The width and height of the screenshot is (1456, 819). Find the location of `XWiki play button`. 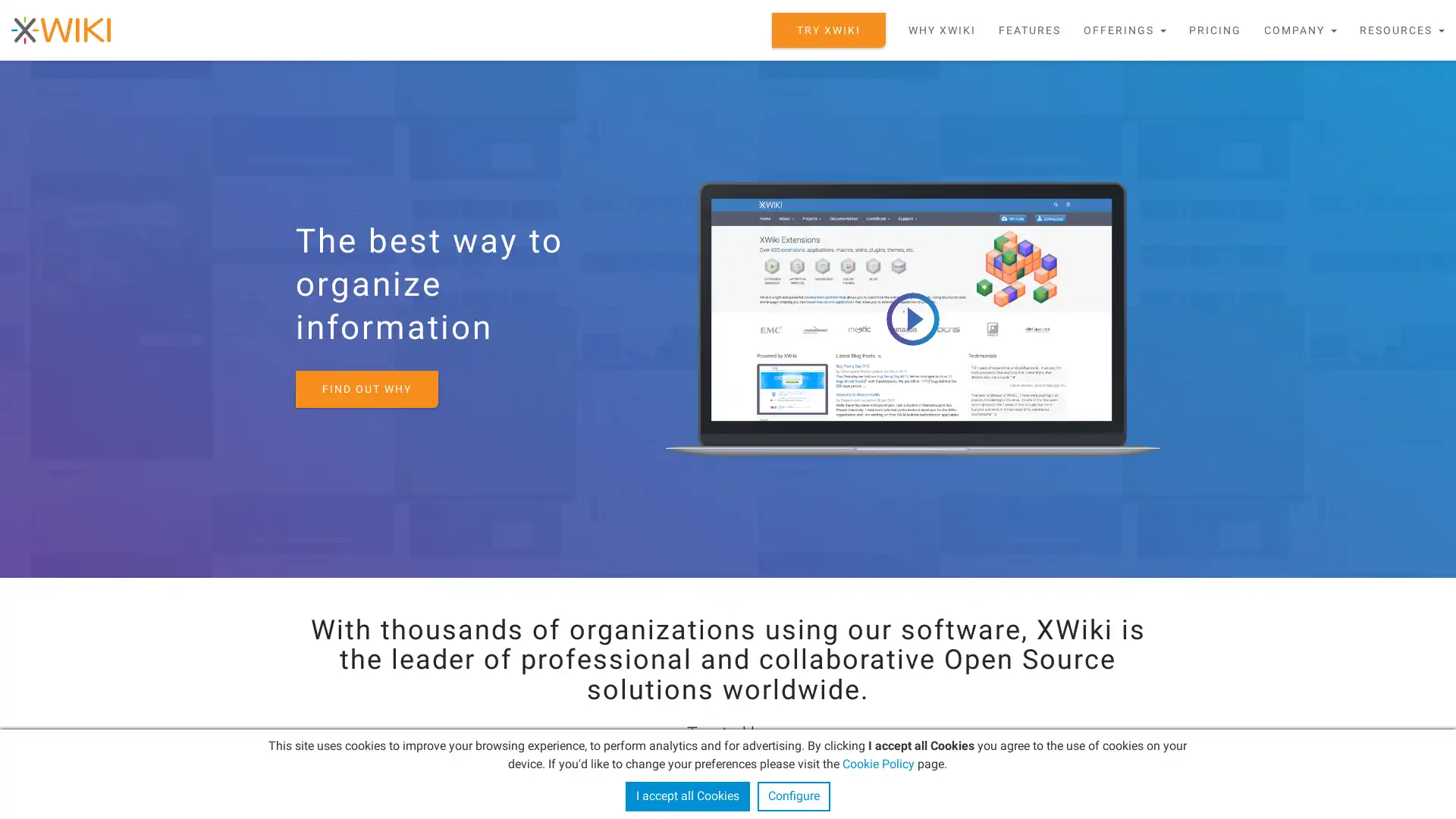

XWiki play button is located at coordinates (912, 318).